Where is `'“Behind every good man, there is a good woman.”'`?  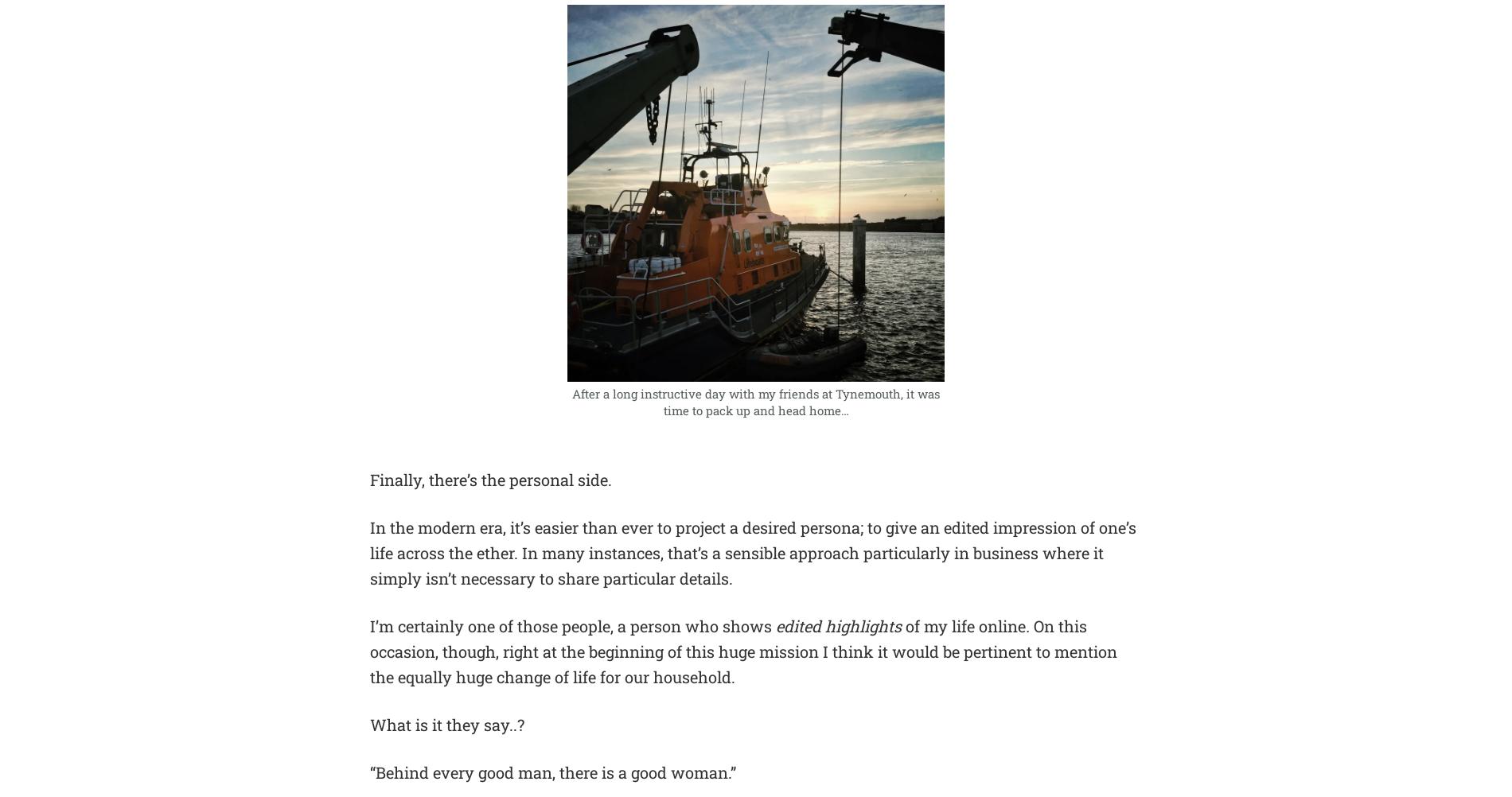
'“Behind every good man, there is a good woman.”' is located at coordinates (553, 772).